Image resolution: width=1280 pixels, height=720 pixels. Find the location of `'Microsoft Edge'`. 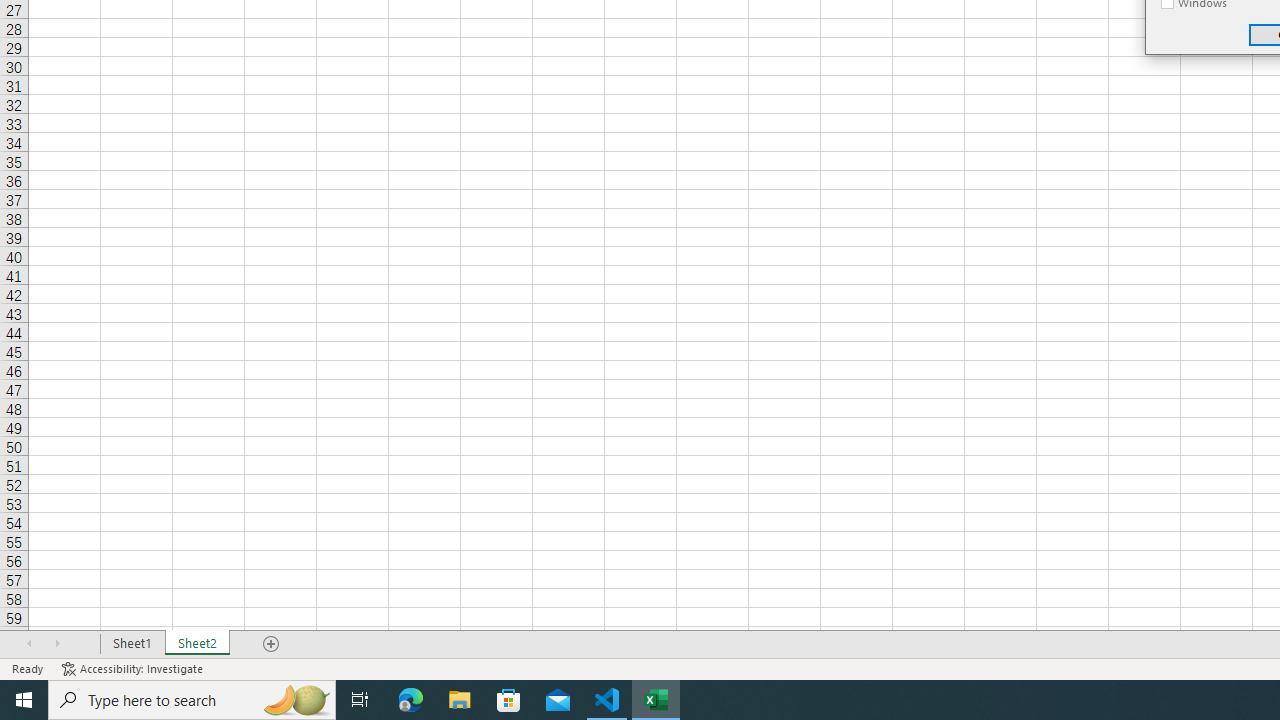

'Microsoft Edge' is located at coordinates (410, 698).